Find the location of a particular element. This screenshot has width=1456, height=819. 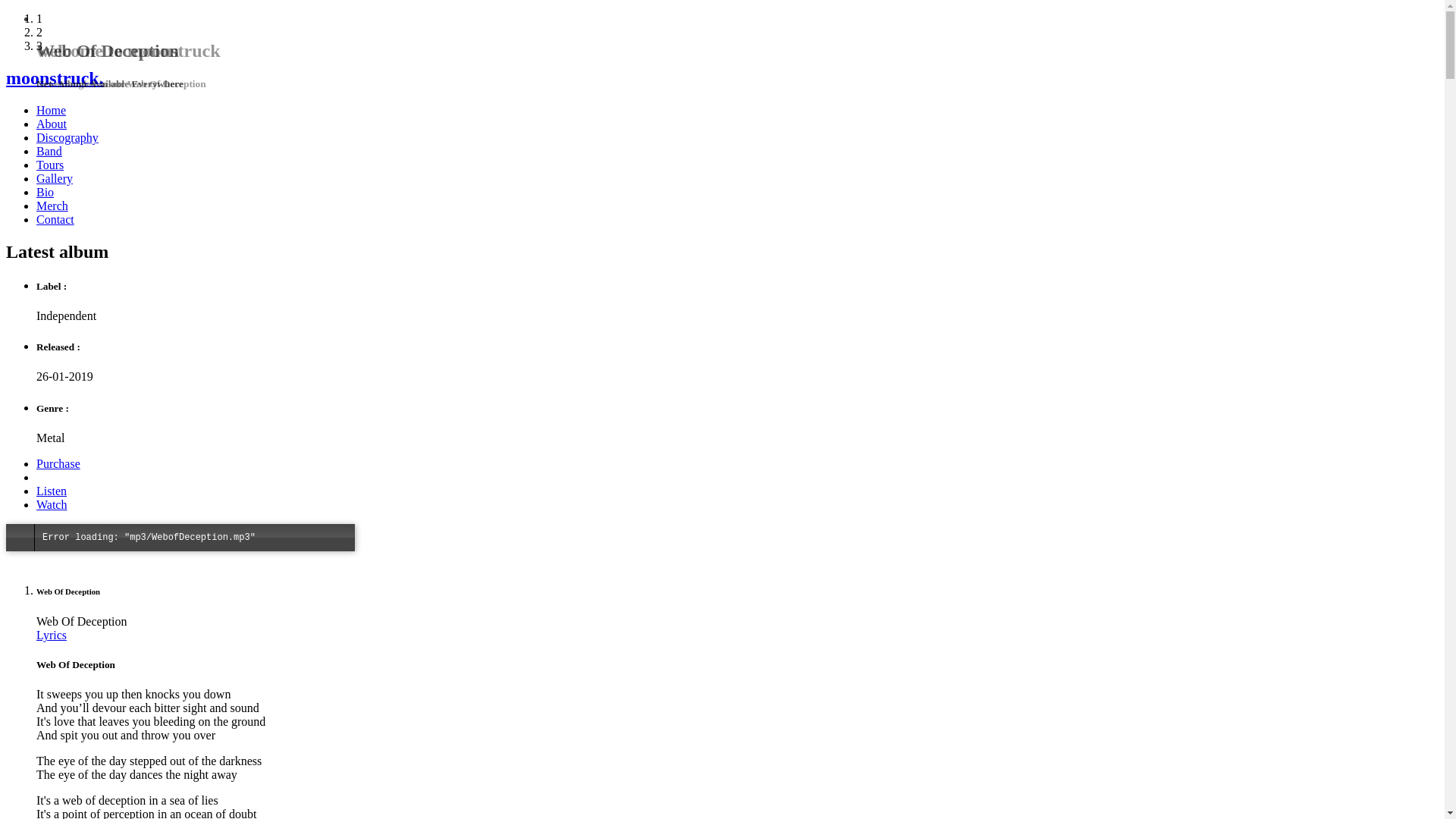

'3' is located at coordinates (39, 45).